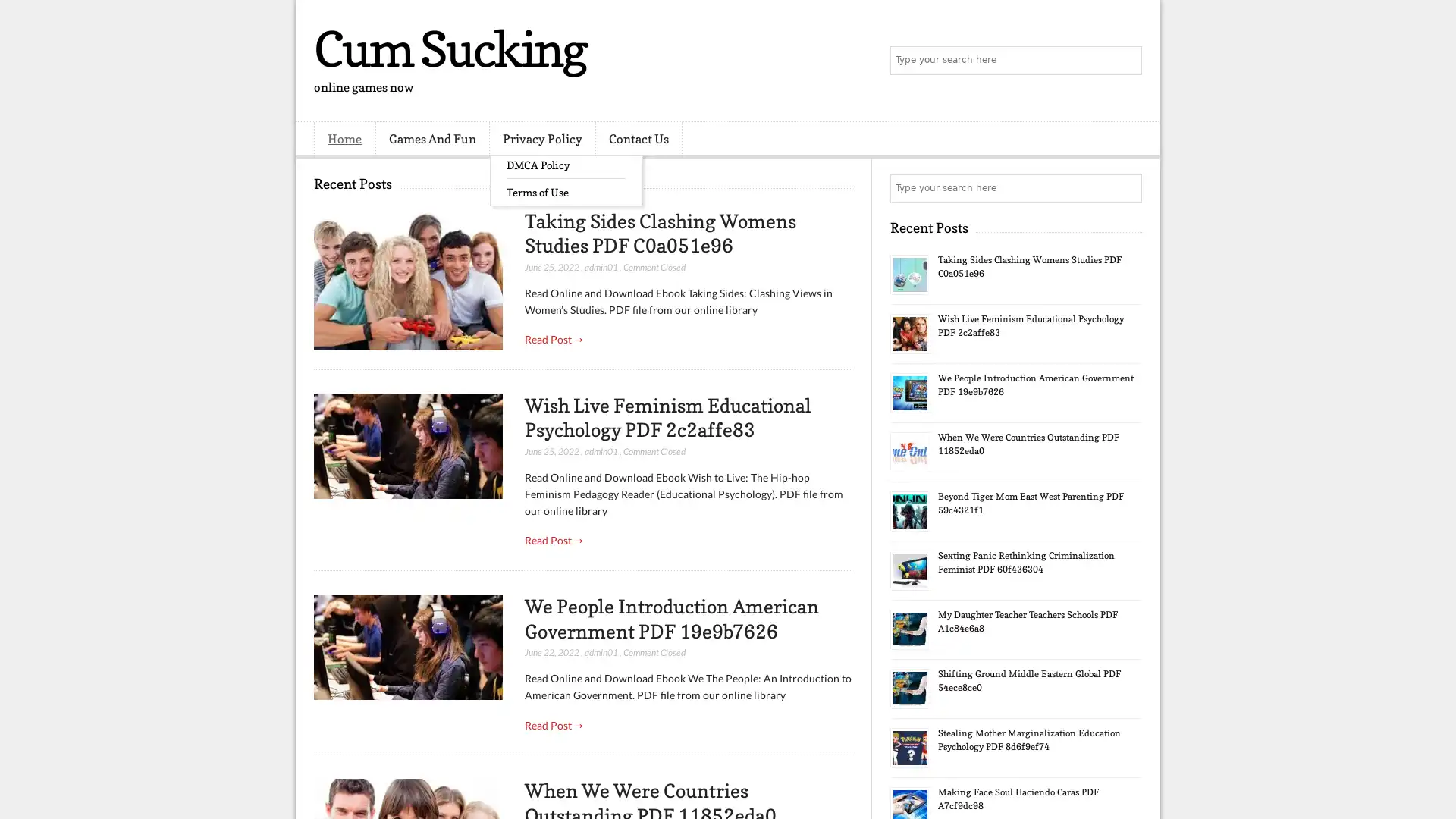  I want to click on Search, so click(1126, 188).